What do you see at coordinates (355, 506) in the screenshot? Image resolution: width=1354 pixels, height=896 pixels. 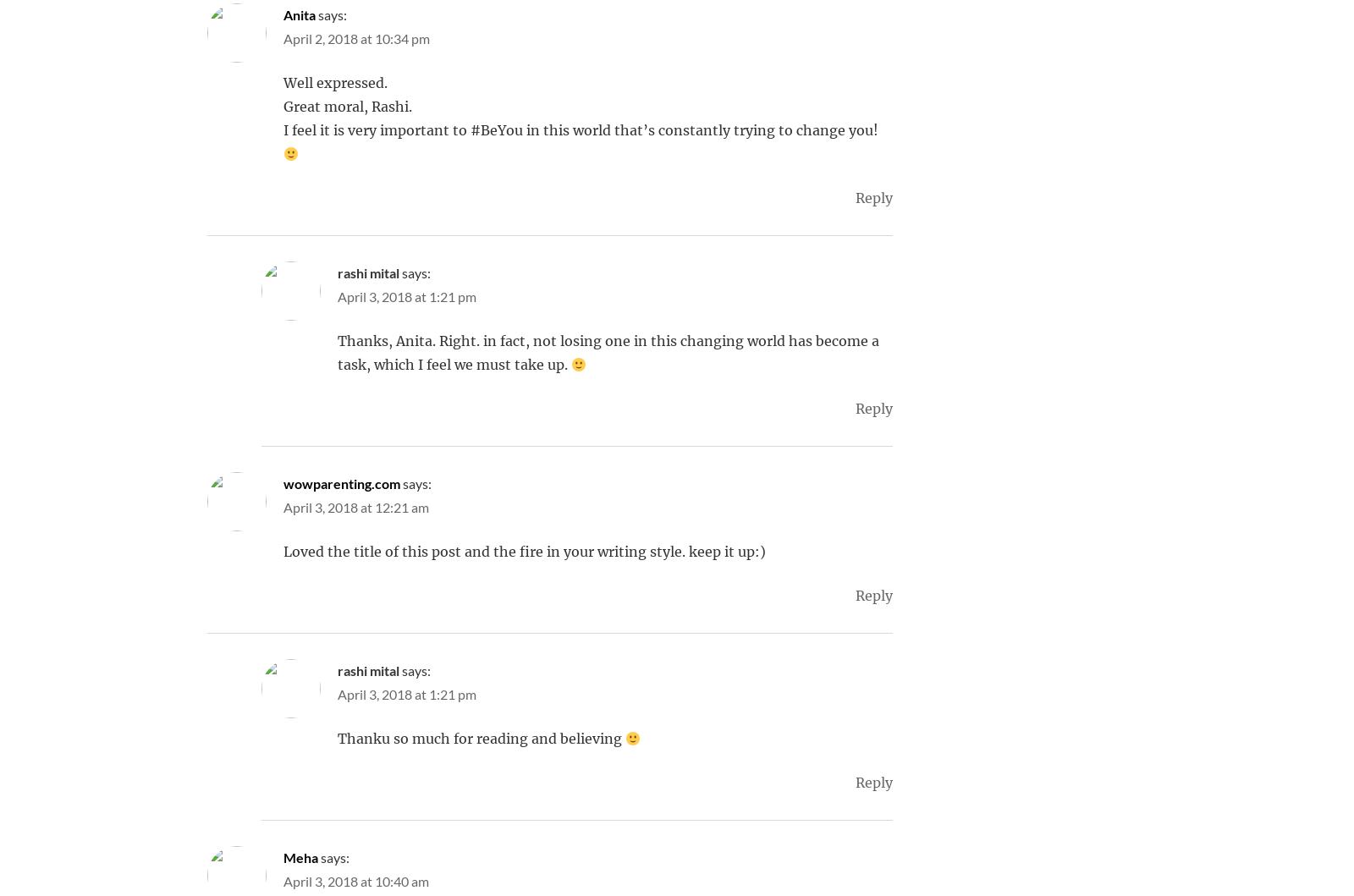 I see `'April 3, 2018 at 12:21 am'` at bounding box center [355, 506].